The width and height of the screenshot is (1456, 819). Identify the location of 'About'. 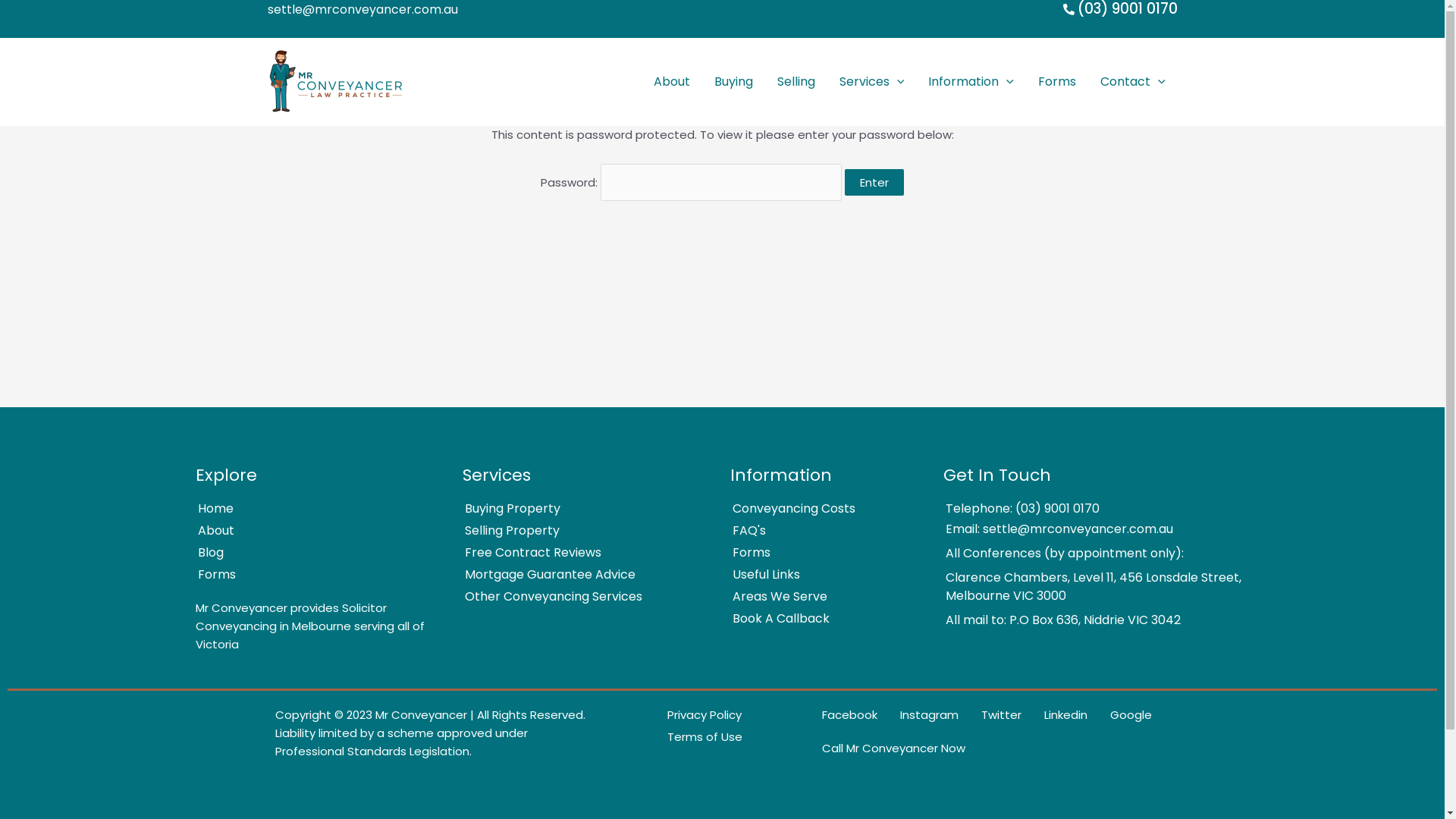
(312, 529).